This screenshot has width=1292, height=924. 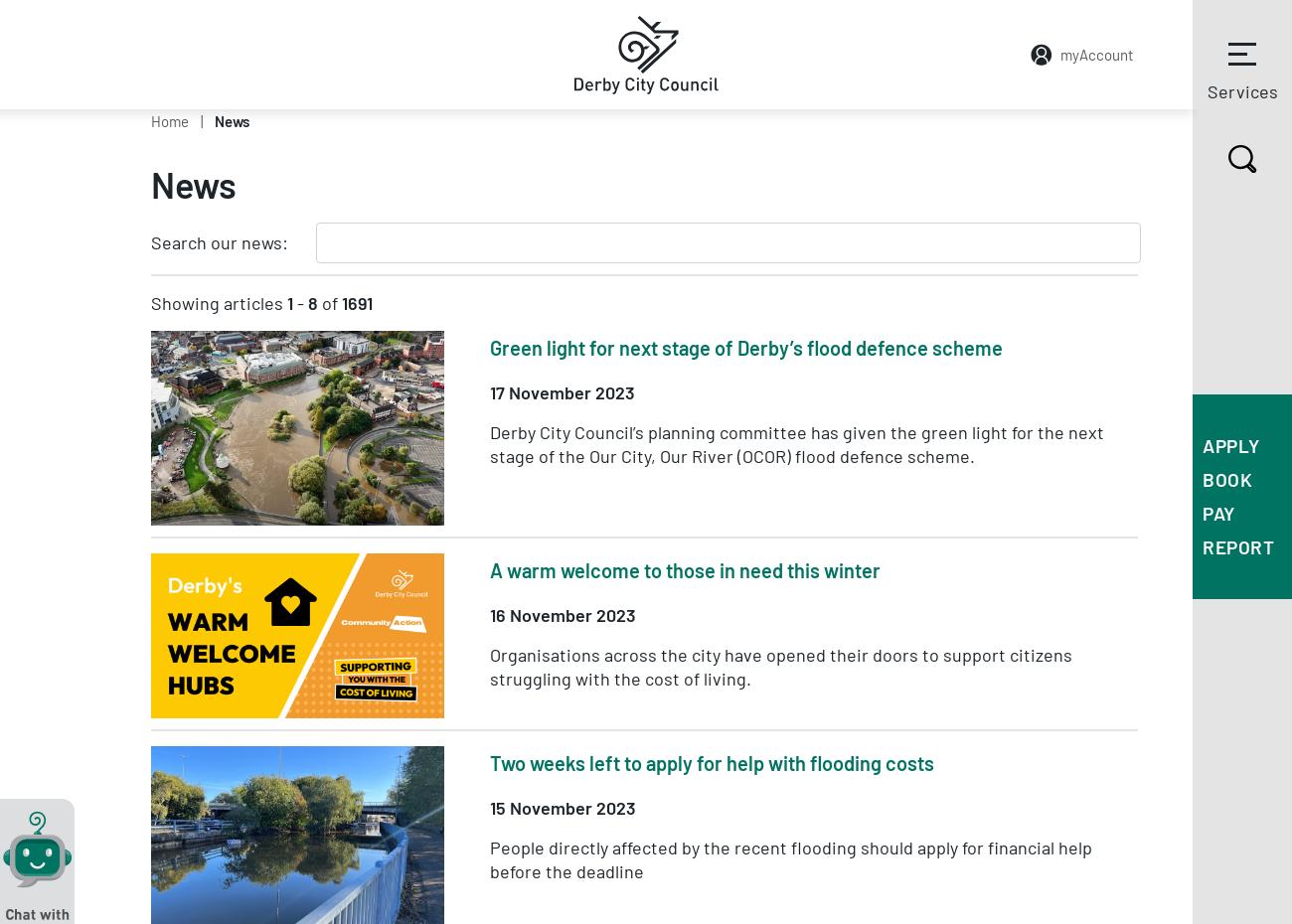 I want to click on 'People directly affected by the recent flooding should apply for financial help before the deadline', so click(x=789, y=857).